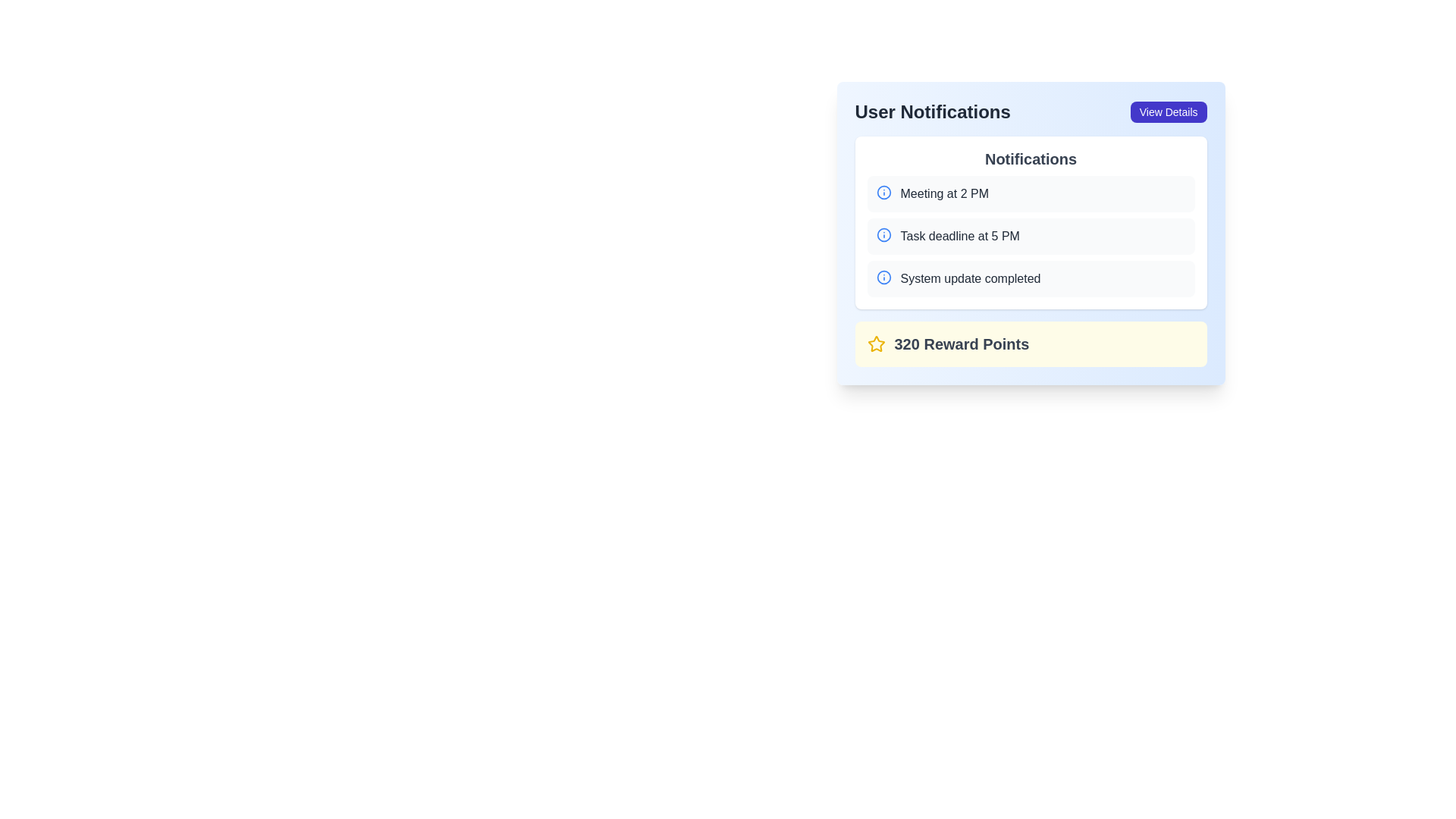 The width and height of the screenshot is (1456, 819). Describe the element at coordinates (961, 344) in the screenshot. I see `the Text Label displaying '320 Reward Points' which is located at the bottom section of a notification card, aligned to the right of a yellow star-shaped icon` at that location.